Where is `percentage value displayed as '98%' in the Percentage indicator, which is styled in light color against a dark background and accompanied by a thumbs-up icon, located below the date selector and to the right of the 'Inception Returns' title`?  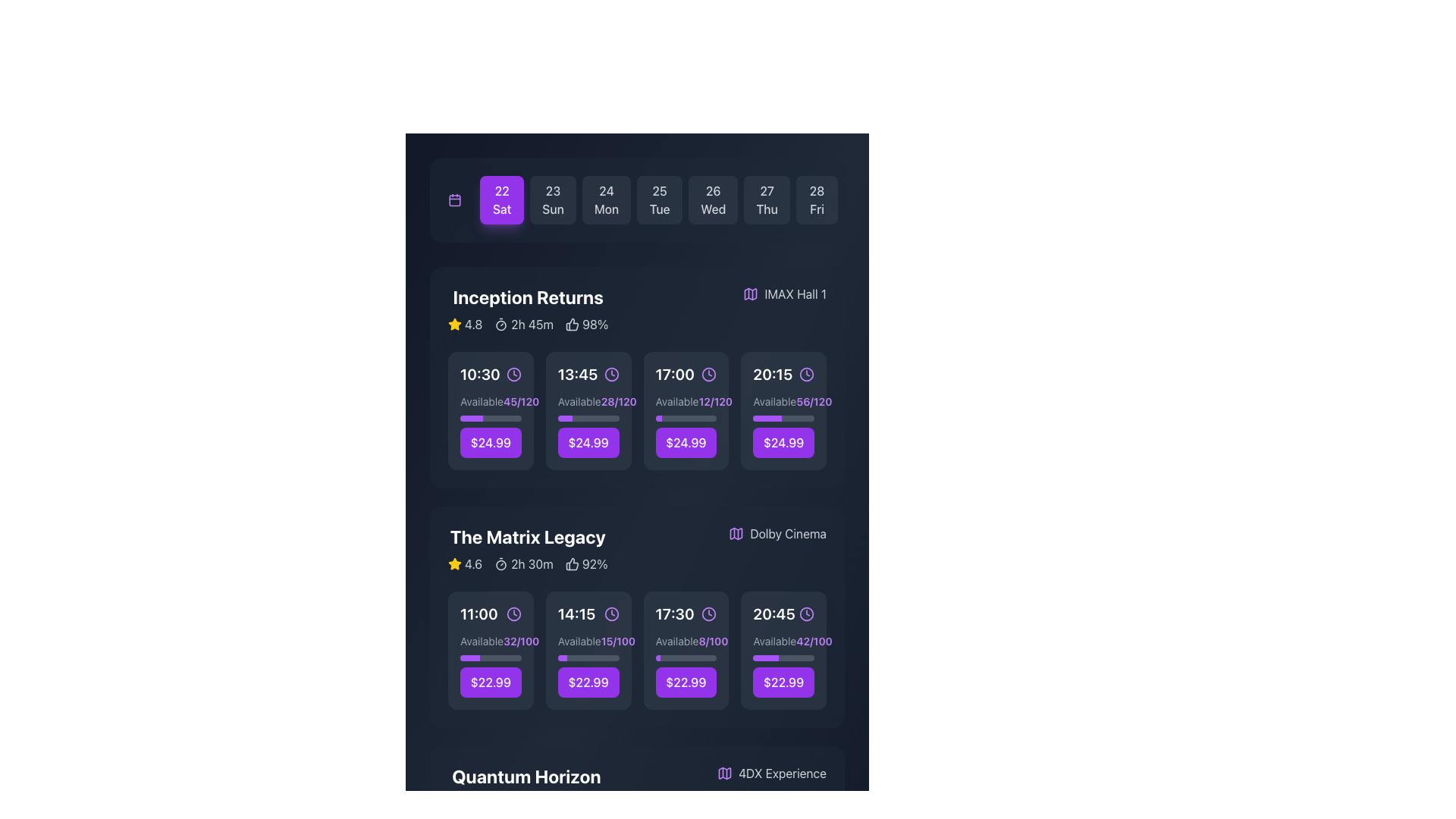 percentage value displayed as '98%' in the Percentage indicator, which is styled in light color against a dark background and accompanied by a thumbs-up icon, located below the date selector and to the right of the 'Inception Returns' title is located at coordinates (586, 324).